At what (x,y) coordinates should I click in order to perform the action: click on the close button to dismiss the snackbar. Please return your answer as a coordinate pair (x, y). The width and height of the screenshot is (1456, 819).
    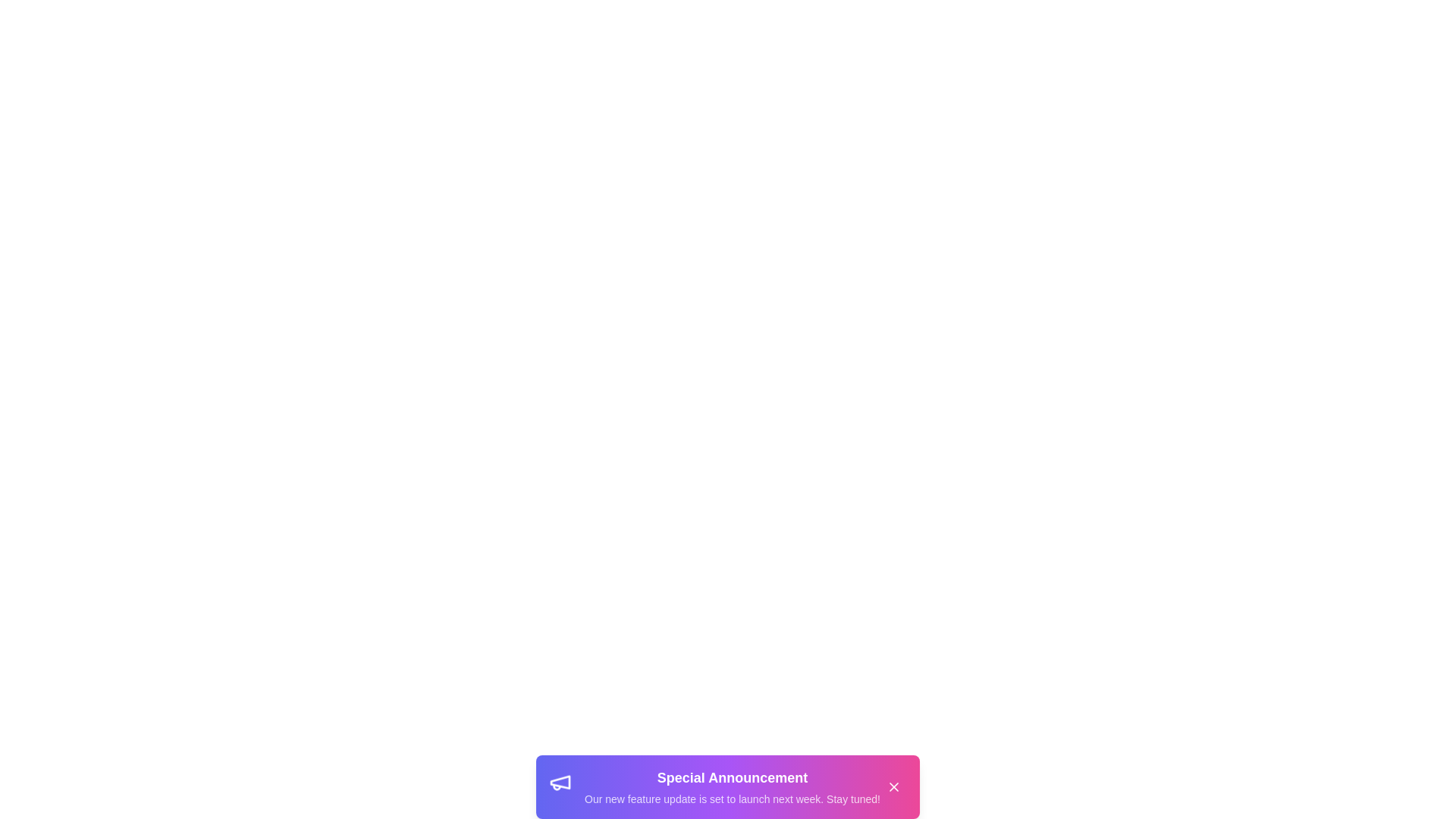
    Looking at the image, I should click on (893, 786).